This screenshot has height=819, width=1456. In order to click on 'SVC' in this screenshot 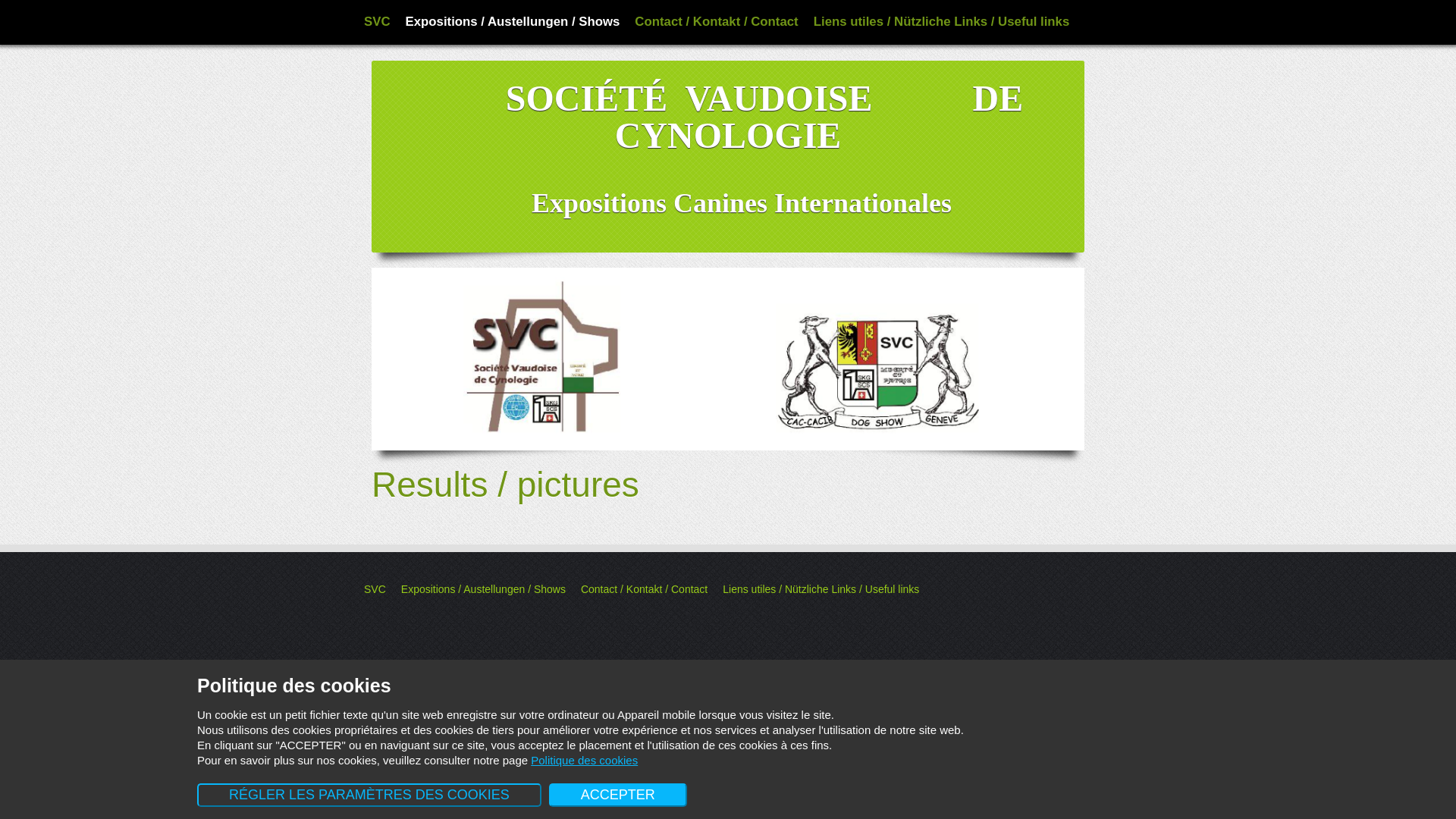, I will do `click(364, 588)`.